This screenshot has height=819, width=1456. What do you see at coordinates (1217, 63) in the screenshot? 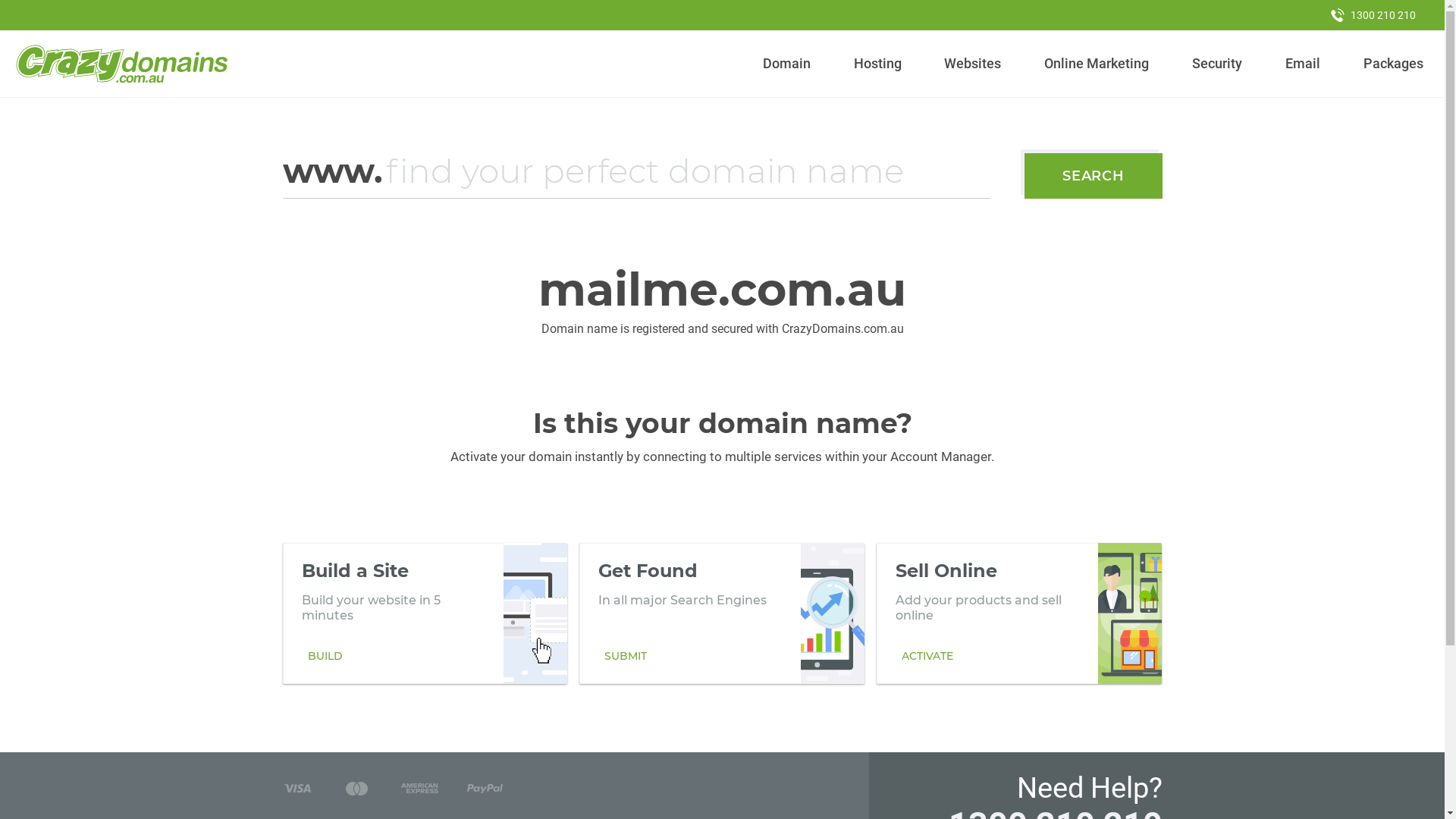
I see `'Security'` at bounding box center [1217, 63].